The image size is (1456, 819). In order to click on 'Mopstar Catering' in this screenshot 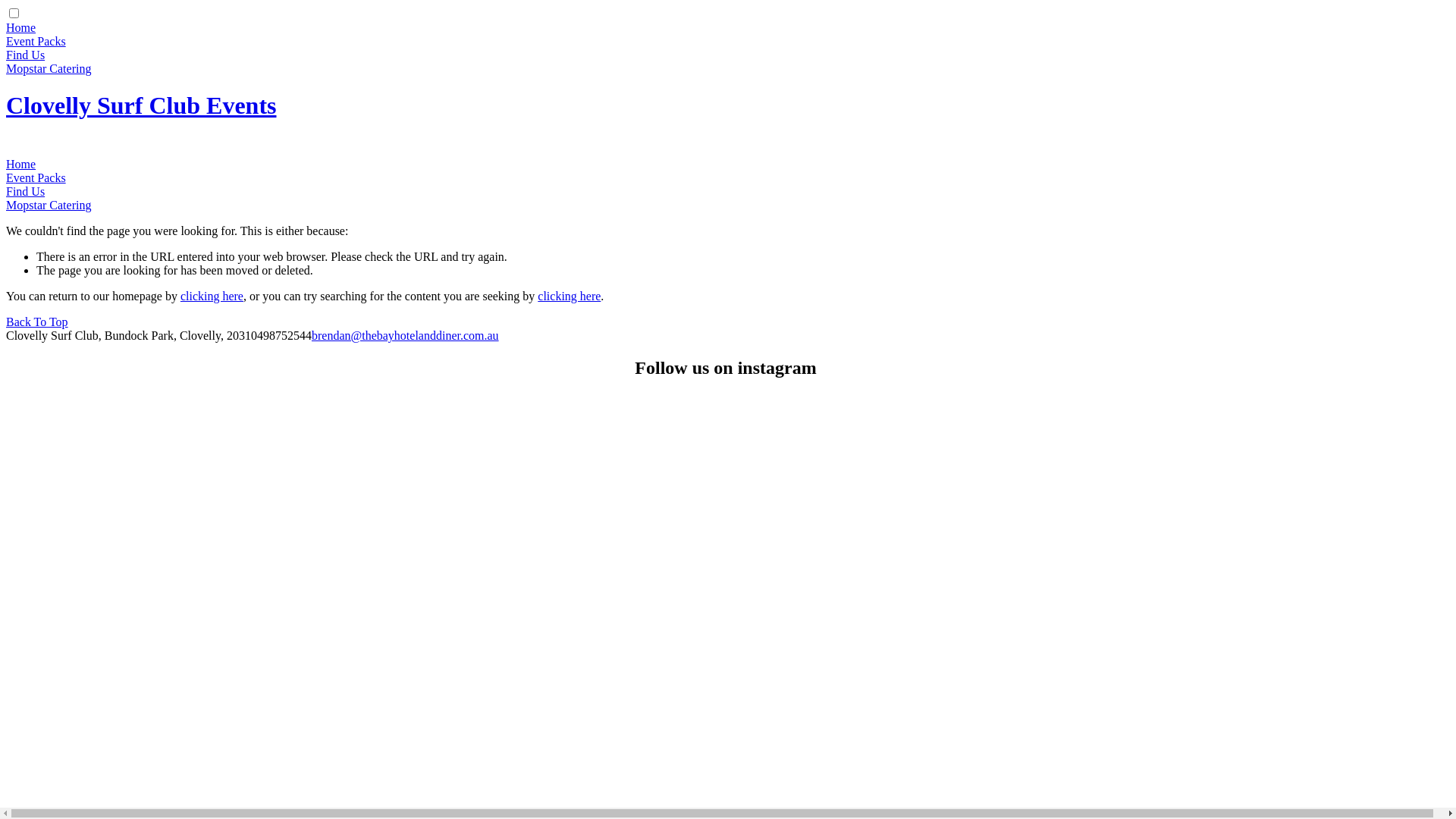, I will do `click(48, 205)`.